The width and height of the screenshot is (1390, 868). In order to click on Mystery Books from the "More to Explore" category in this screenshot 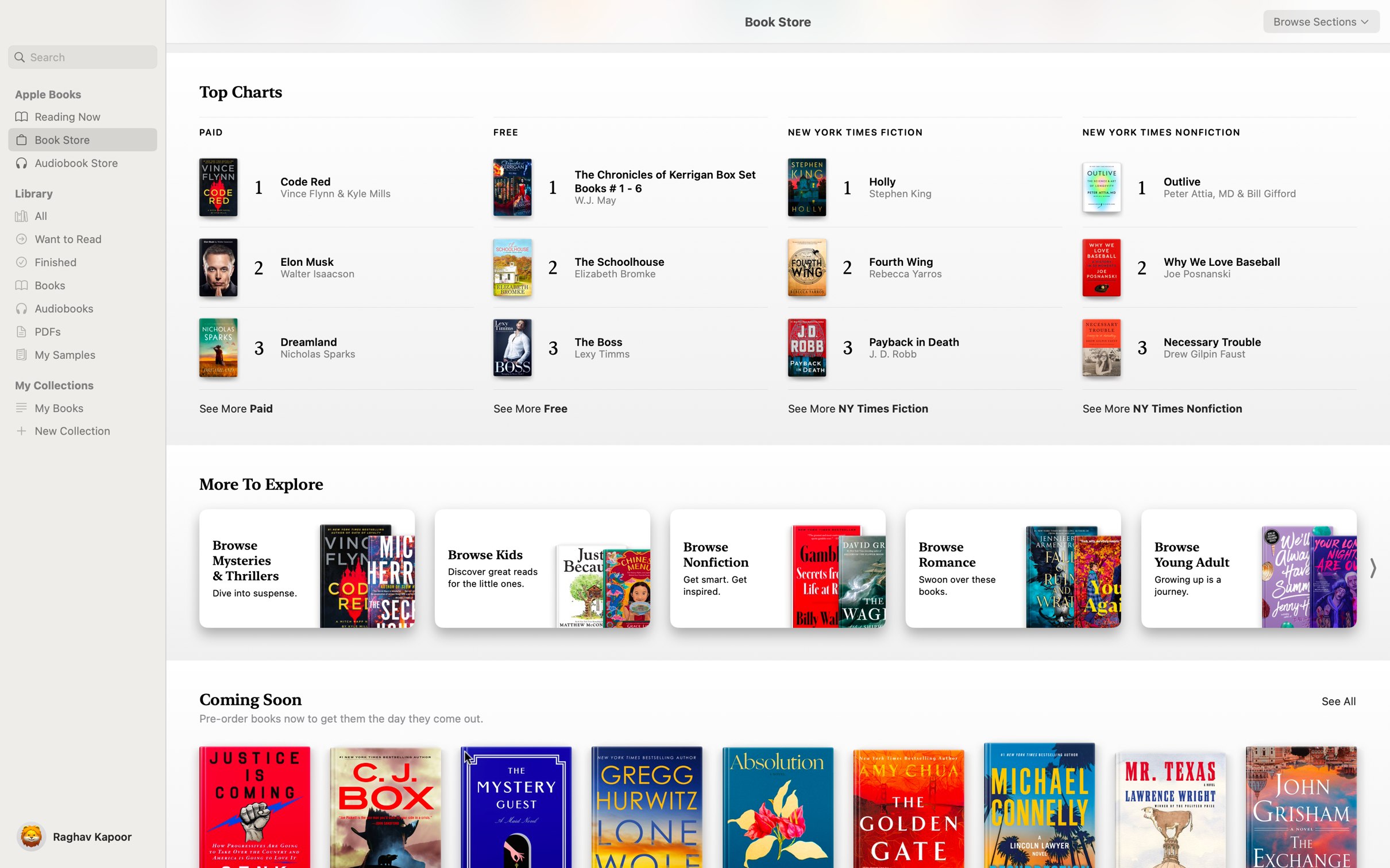, I will do `click(306, 568)`.